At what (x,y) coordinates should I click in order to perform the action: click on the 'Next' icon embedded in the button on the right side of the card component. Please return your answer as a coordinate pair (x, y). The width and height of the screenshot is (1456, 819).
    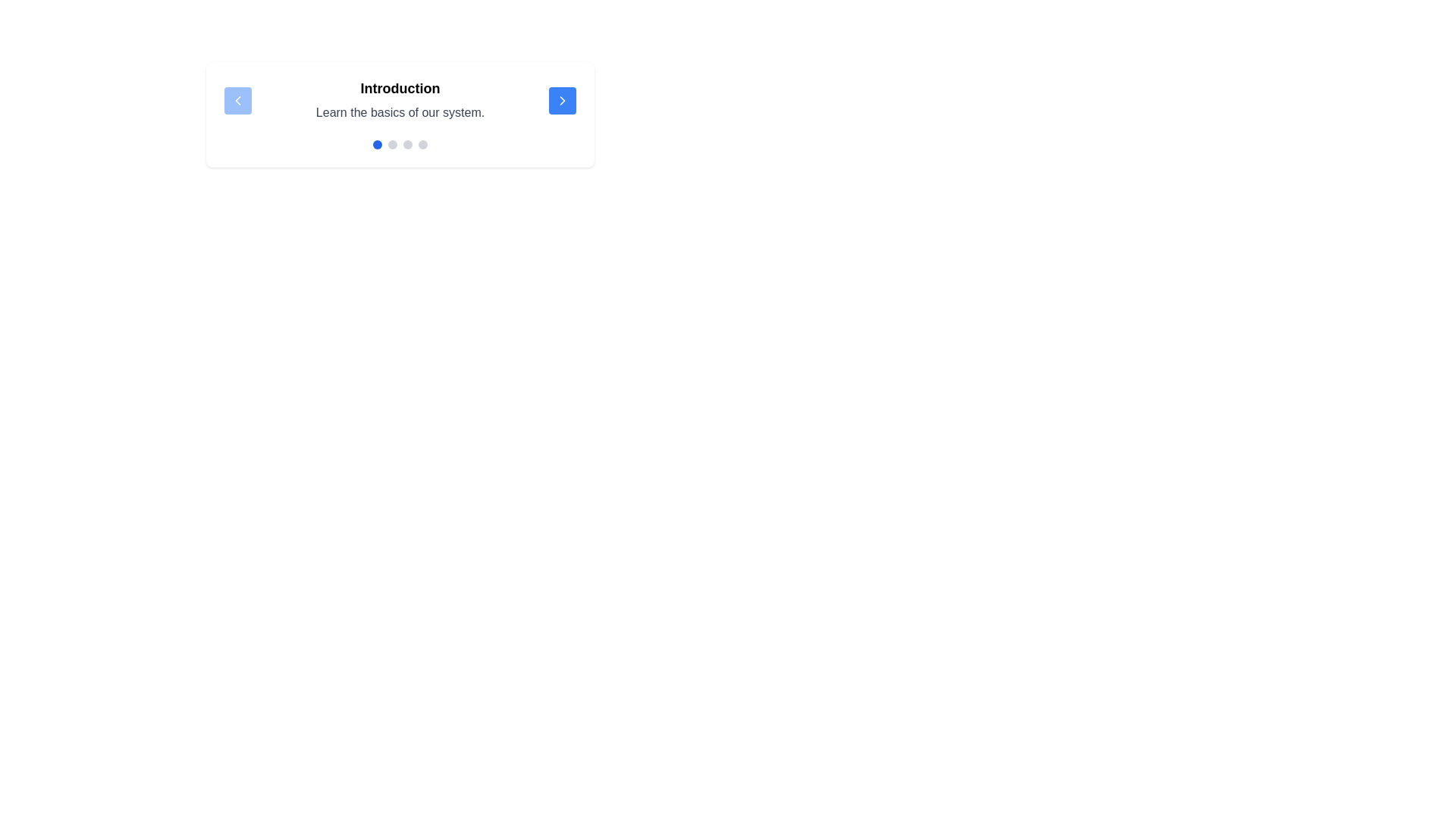
    Looking at the image, I should click on (562, 100).